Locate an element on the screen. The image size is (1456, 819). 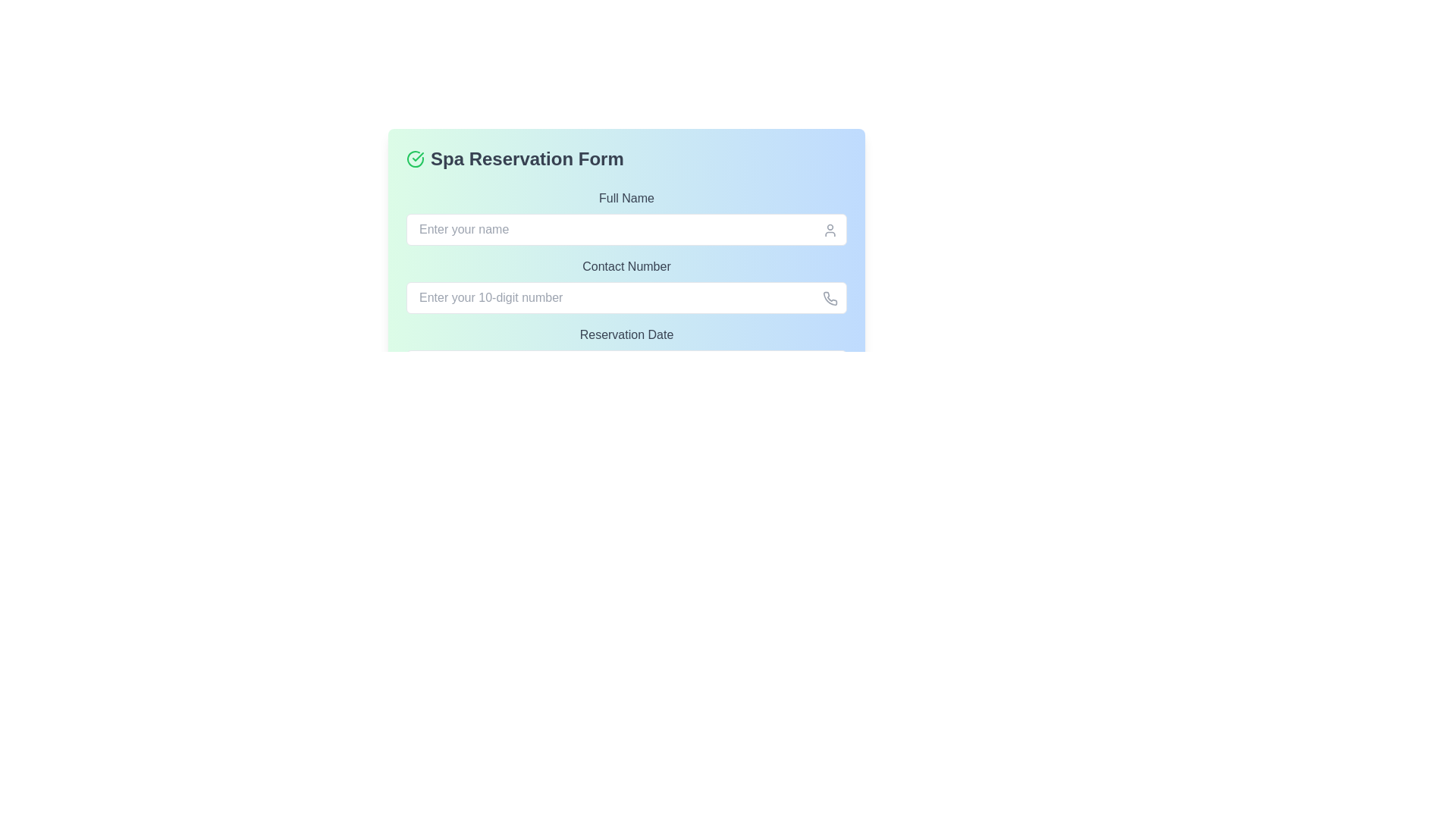
the phone number icon located to the far right of the input field with the placeholder 'Enter your 10-digit number.' is located at coordinates (829, 298).